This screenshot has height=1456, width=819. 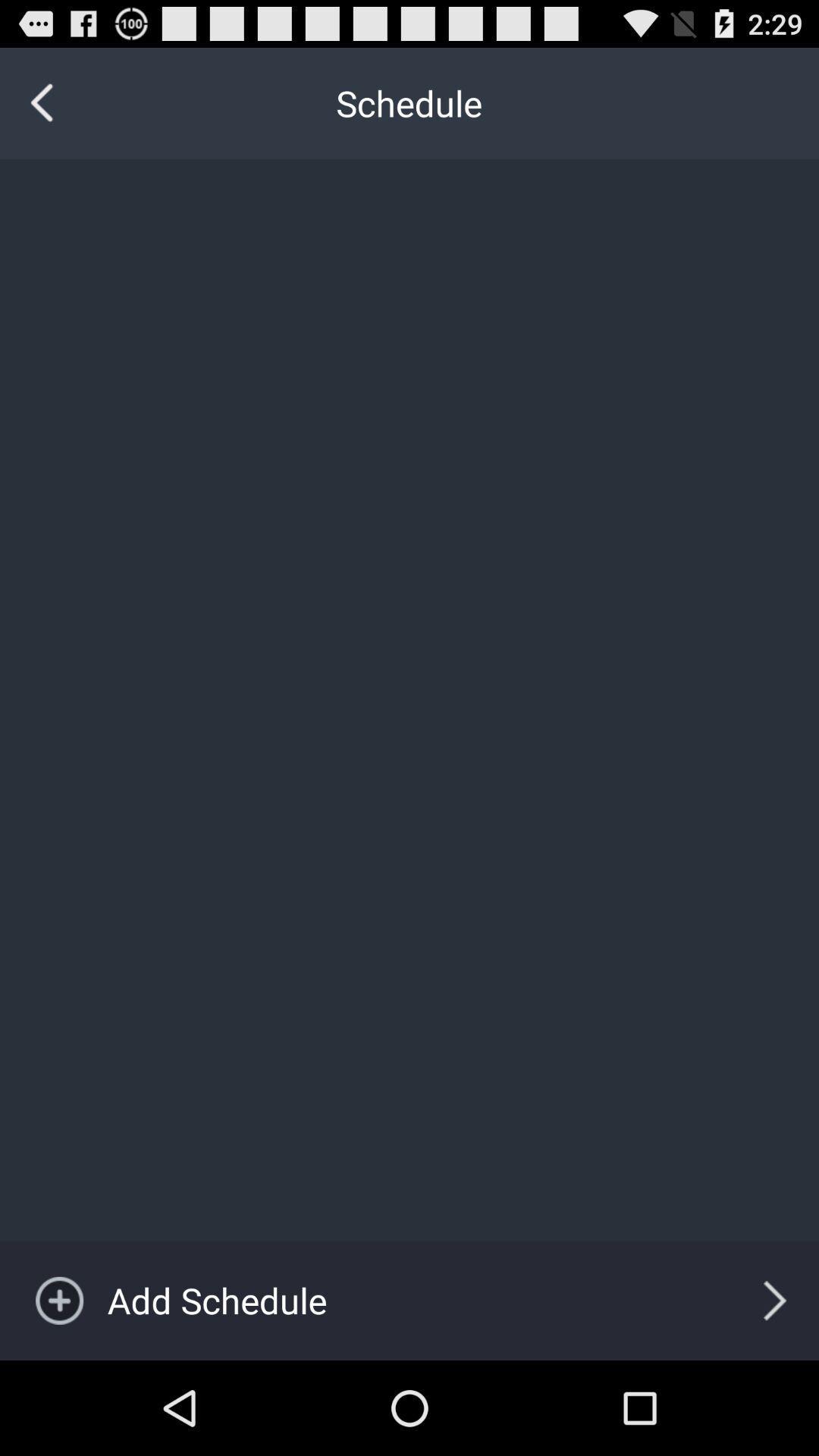 What do you see at coordinates (42, 110) in the screenshot?
I see `the arrow_backward icon` at bounding box center [42, 110].